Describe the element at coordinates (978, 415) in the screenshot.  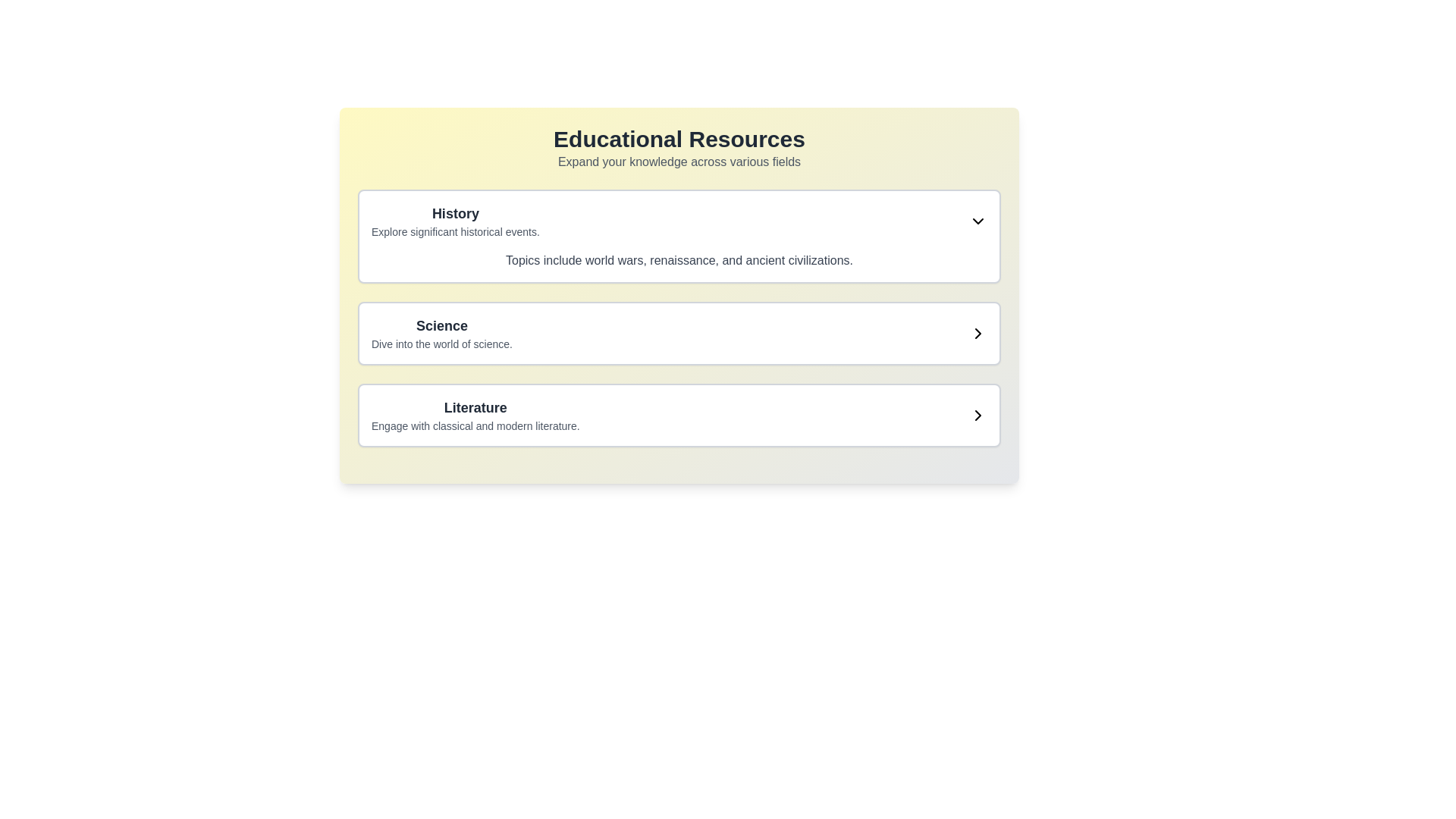
I see `the icon-based button located at the far-right side of the 'Literature' section` at that location.